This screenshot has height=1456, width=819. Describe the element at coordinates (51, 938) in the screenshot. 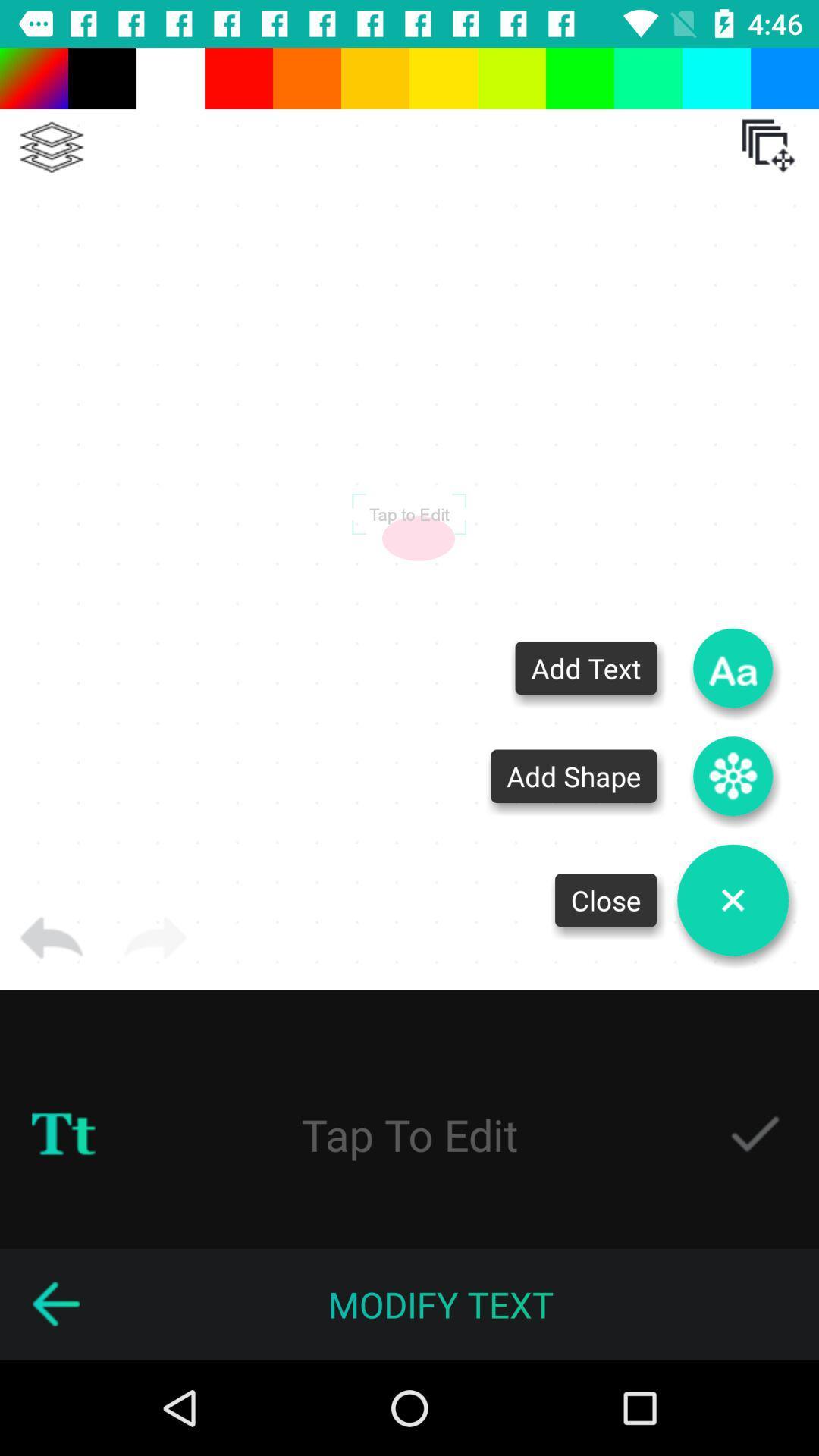

I see `the arrow  which is above tt` at that location.